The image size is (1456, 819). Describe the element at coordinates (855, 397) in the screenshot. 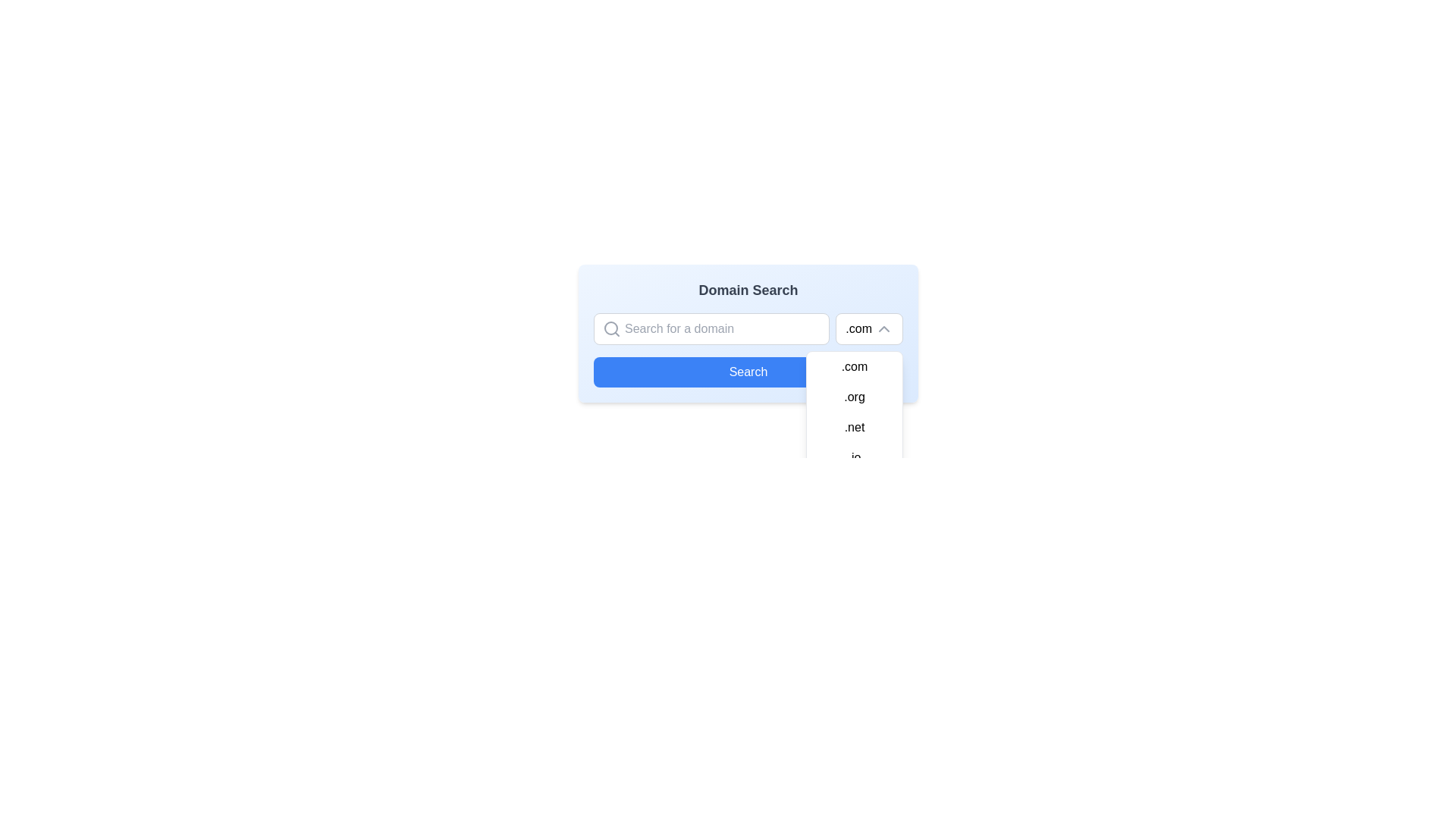

I see `the dropdown list item containing the text '.org'` at that location.